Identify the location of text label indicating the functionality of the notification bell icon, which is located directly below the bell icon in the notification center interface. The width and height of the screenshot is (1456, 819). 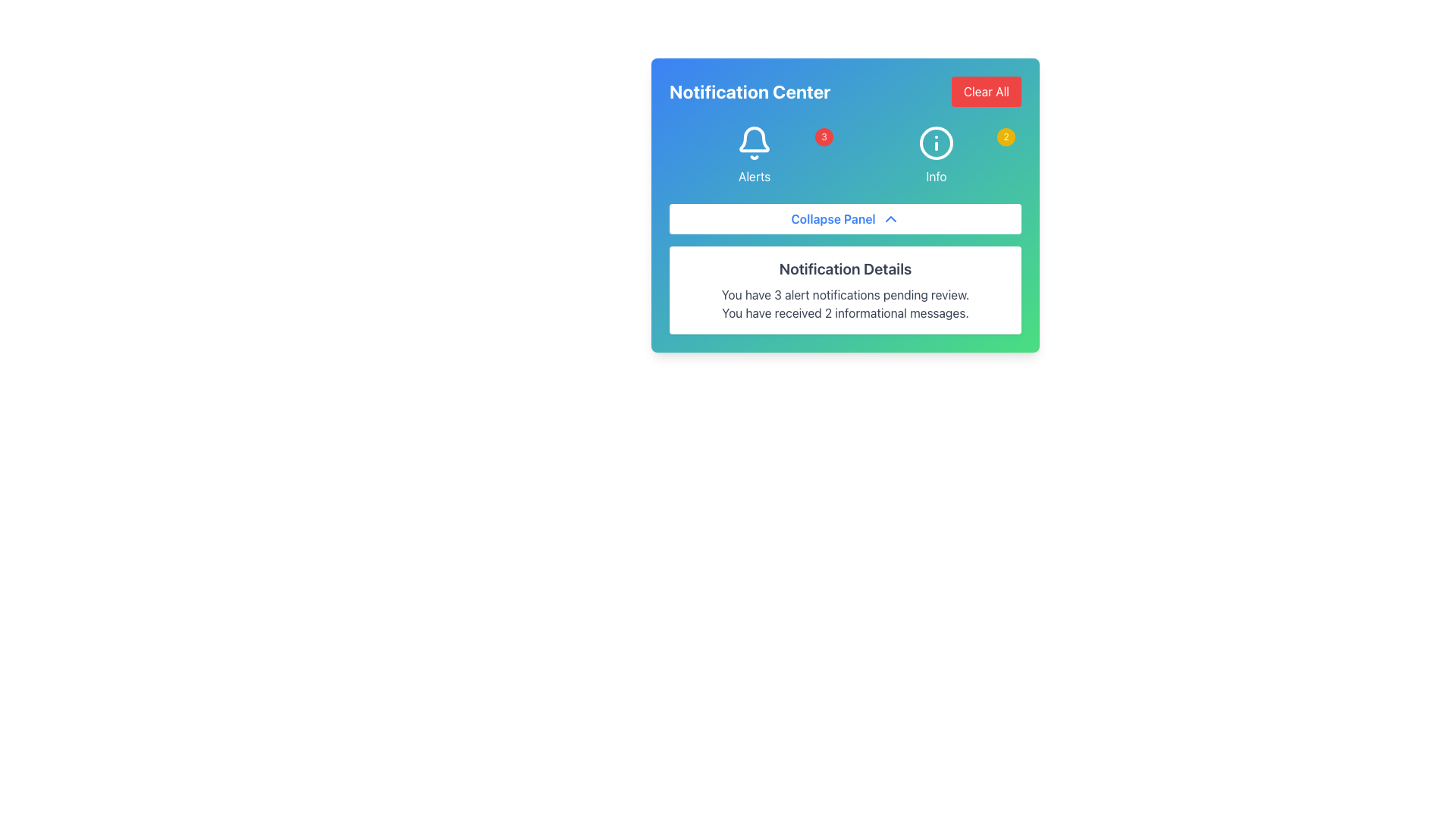
(754, 175).